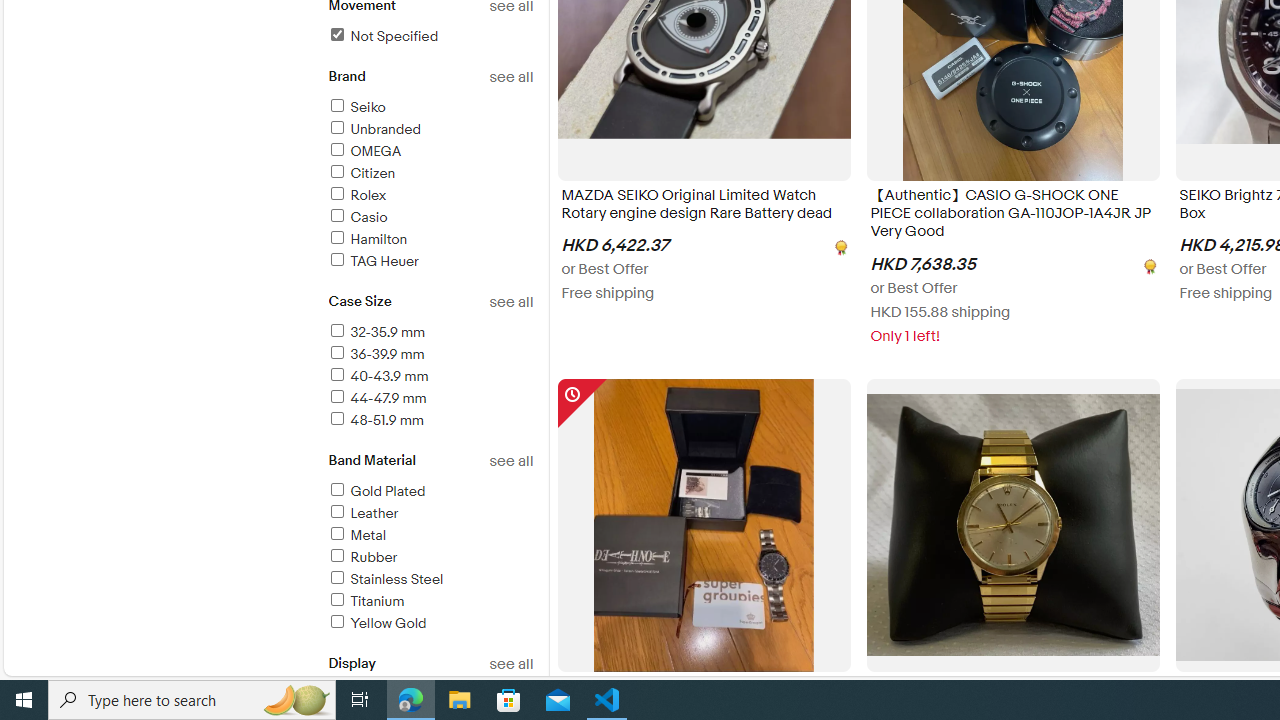  What do you see at coordinates (429, 513) in the screenshot?
I see `'Leather'` at bounding box center [429, 513].